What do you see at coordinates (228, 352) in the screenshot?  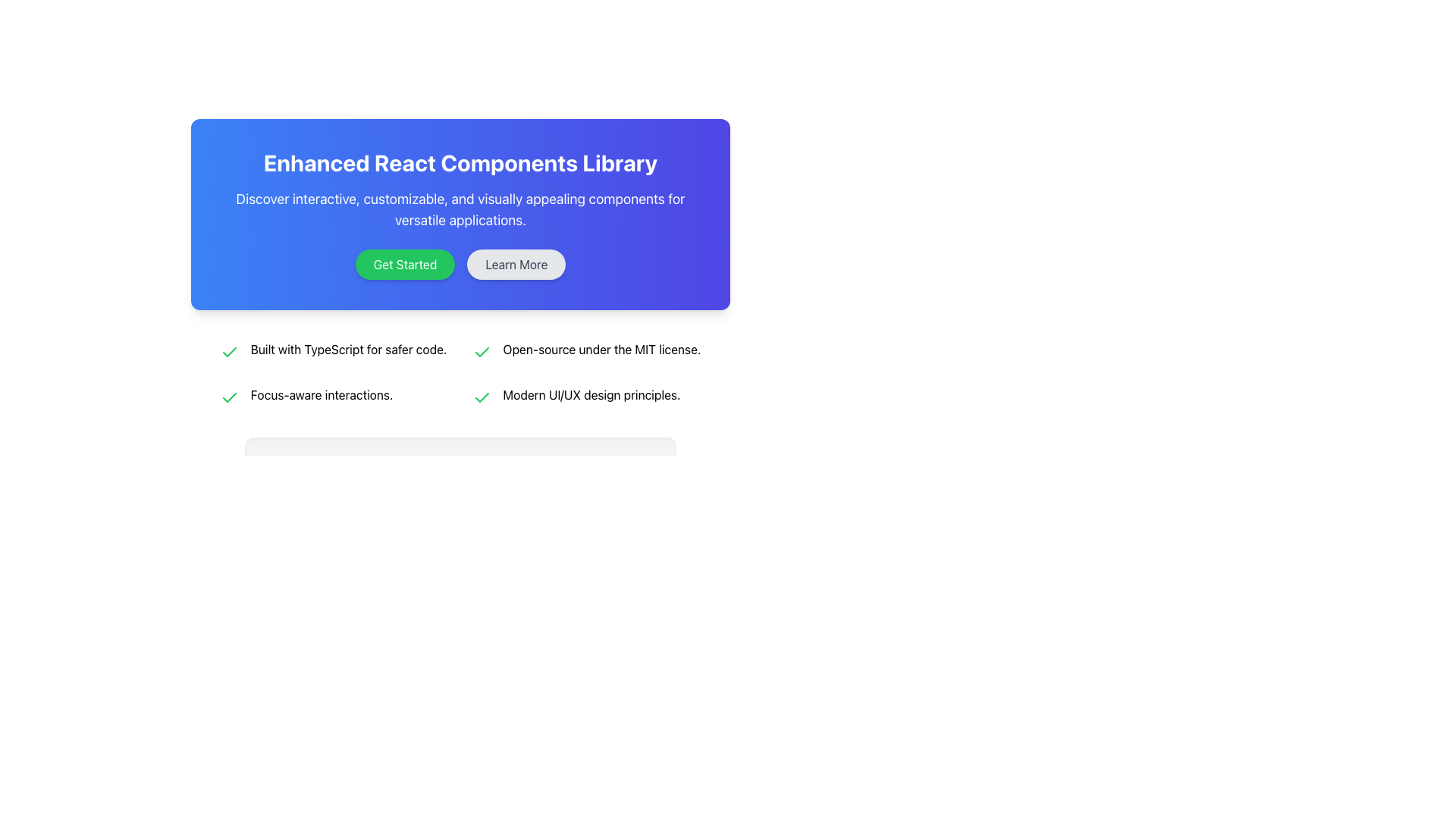 I see `the green checkmark icon located to the left of the text 'Focus-aware interactions', which is the second in a vertical list of similar icons` at bounding box center [228, 352].